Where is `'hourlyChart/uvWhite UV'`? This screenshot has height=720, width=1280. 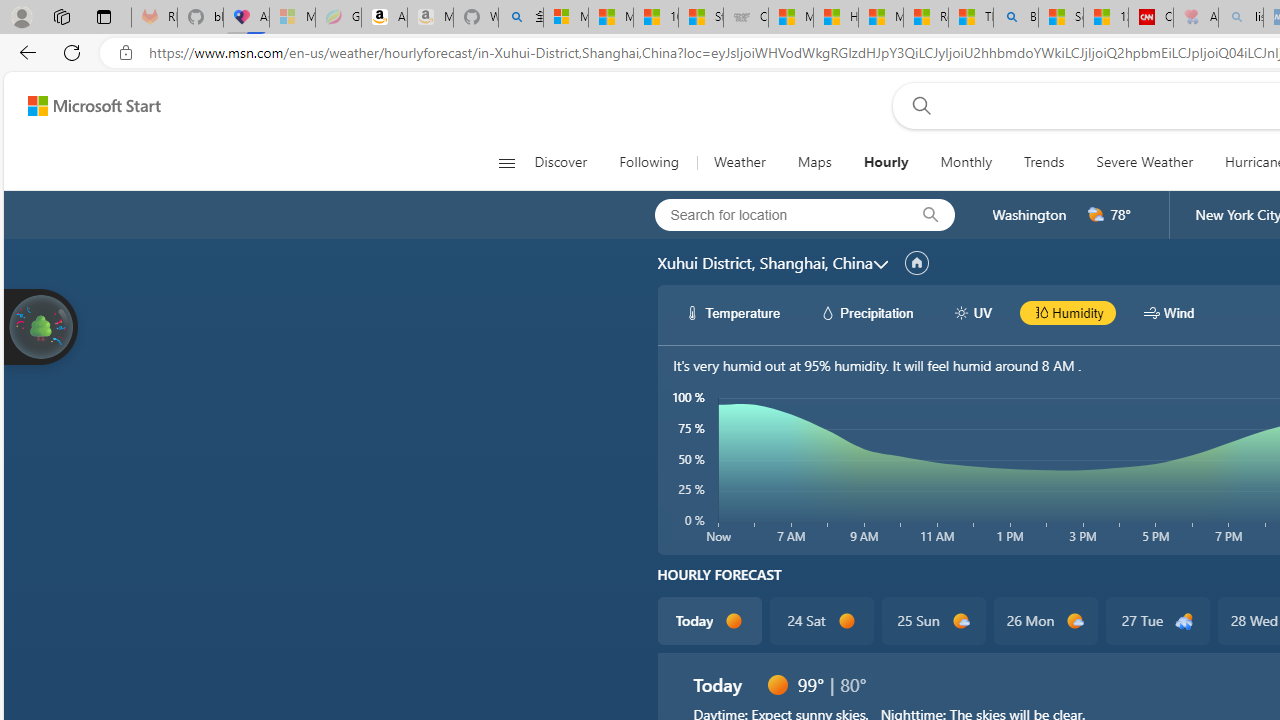 'hourlyChart/uvWhite UV' is located at coordinates (972, 312).